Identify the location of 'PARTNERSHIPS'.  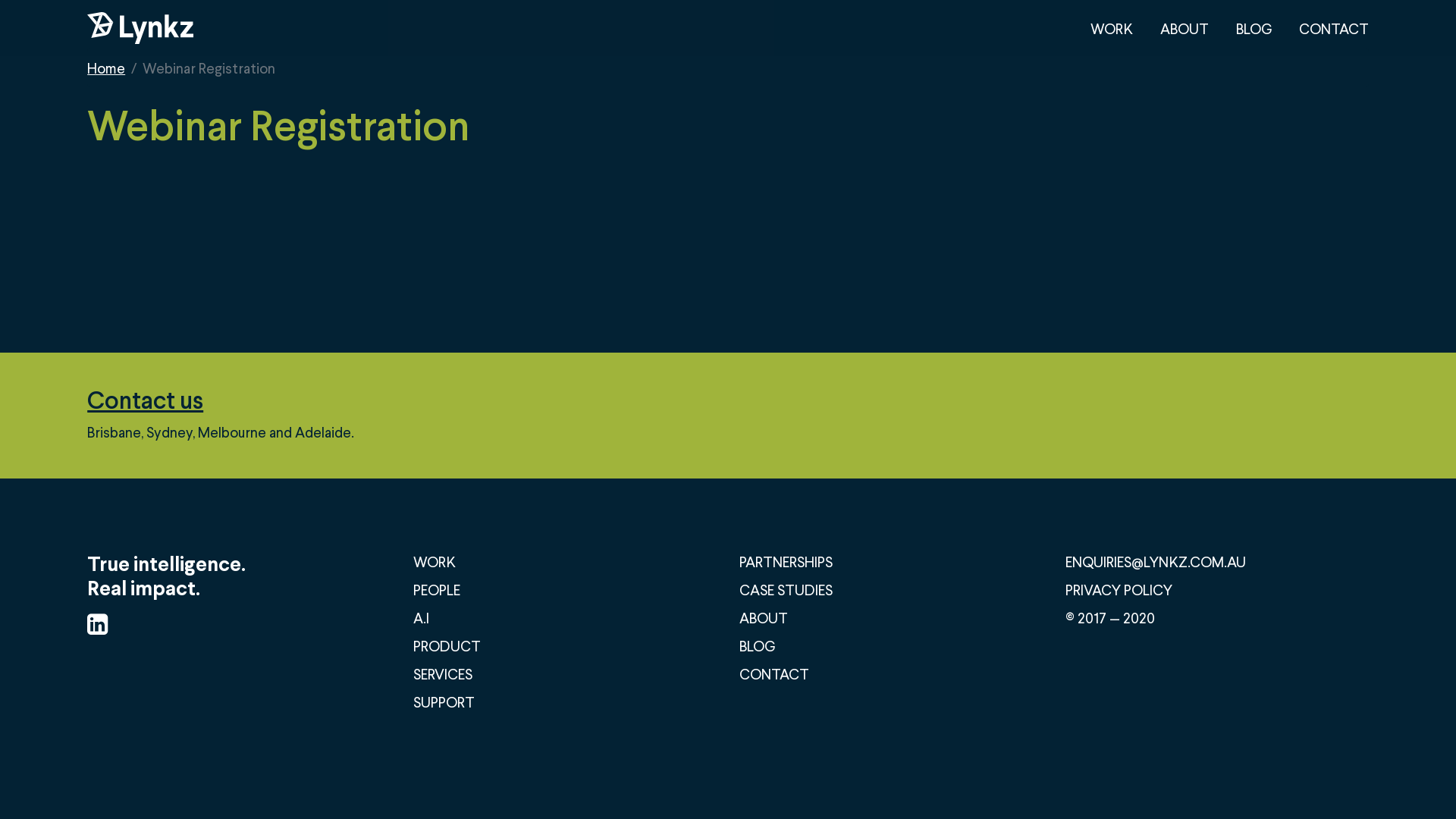
(786, 561).